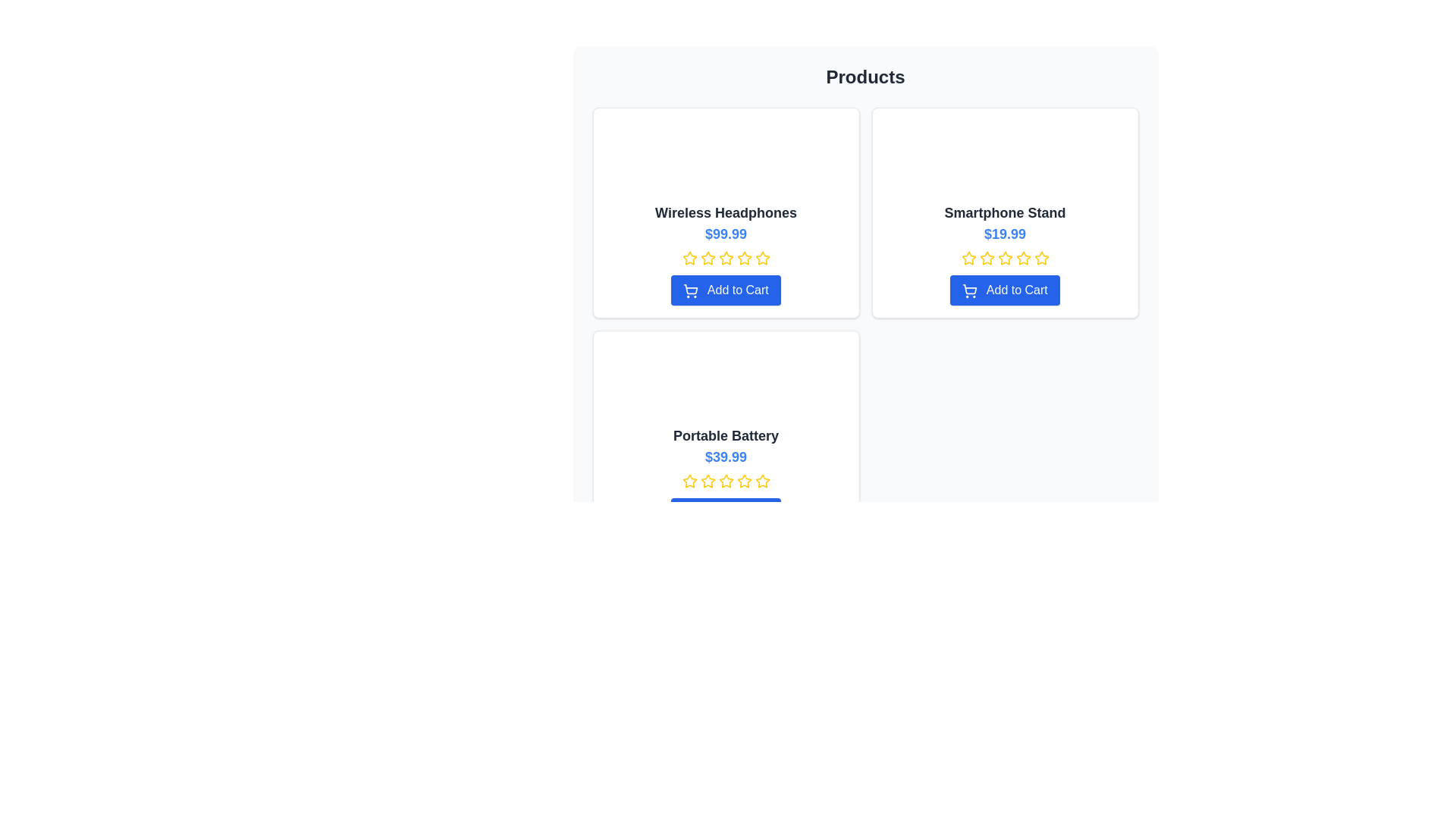  Describe the element at coordinates (707, 482) in the screenshot. I see `the yellow star icon with a hollow center, which is the third star from the left in a row of five stars, to rate the product` at that location.